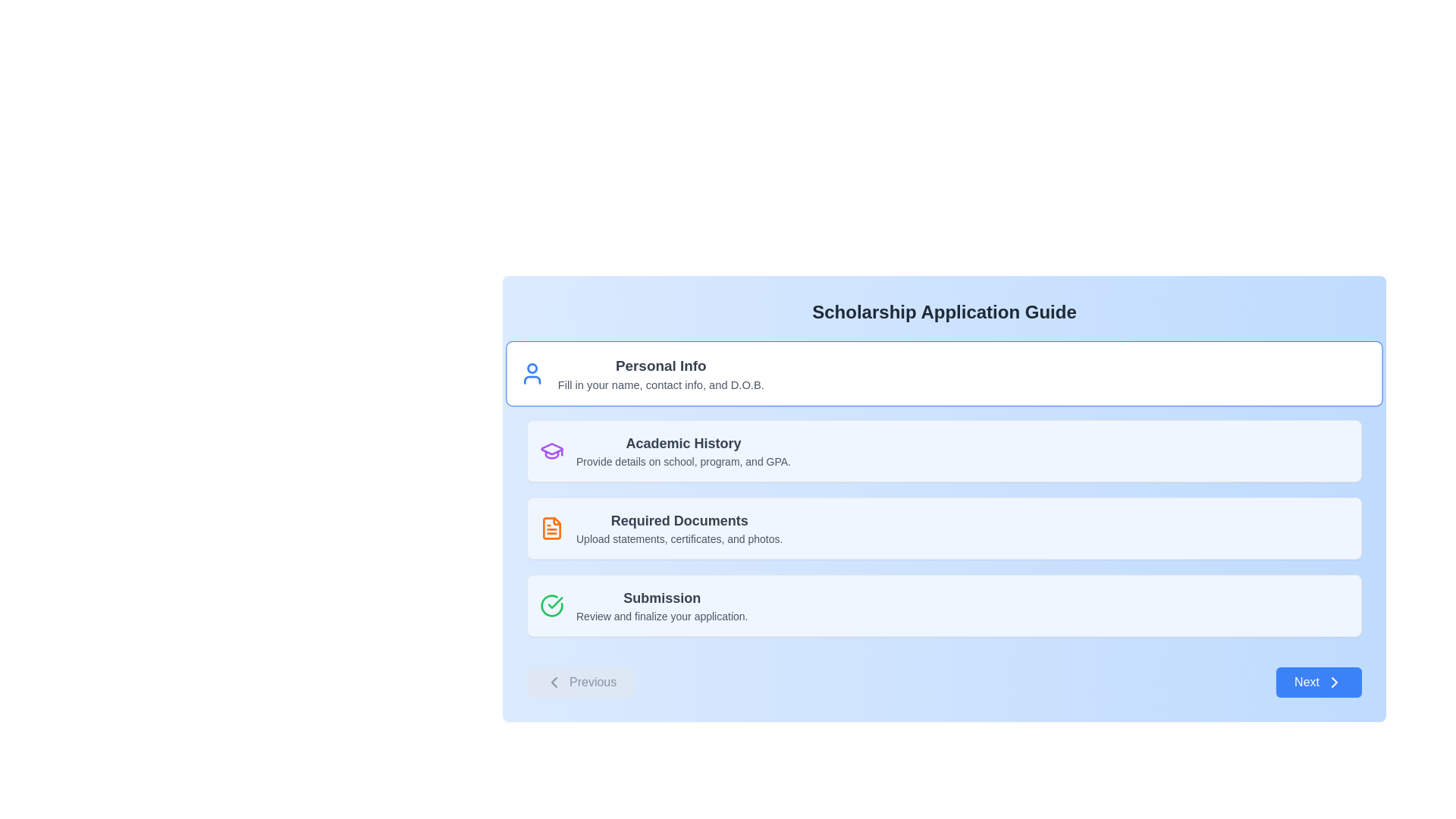  Describe the element at coordinates (532, 369) in the screenshot. I see `the circular decorative element within the SVG user silhouette icon located in the header of the 'Personal Info' section` at that location.